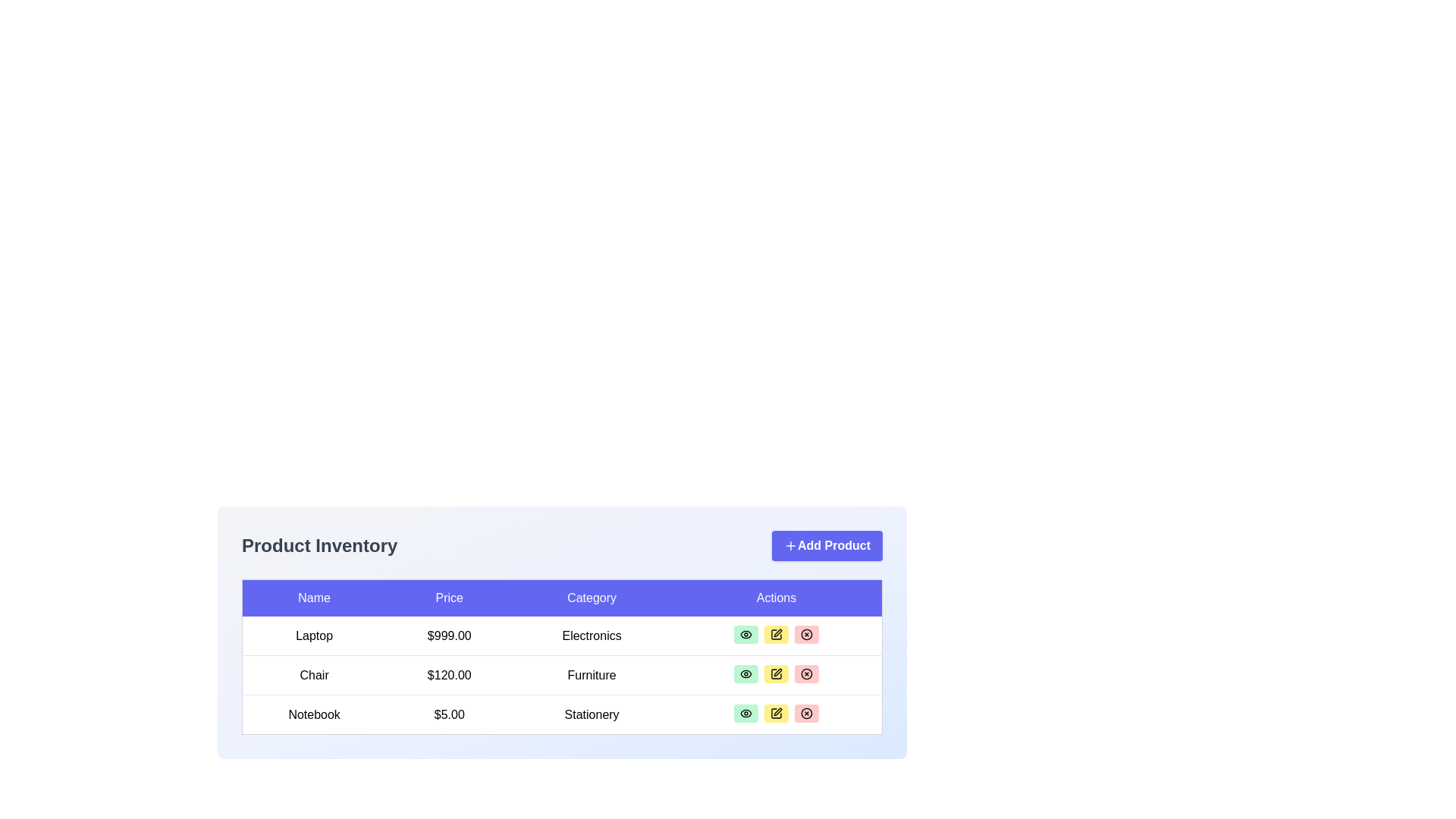  What do you see at coordinates (777, 674) in the screenshot?
I see `the 'Edit' button located in the 'Actions' column for the 'Chair' product` at bounding box center [777, 674].